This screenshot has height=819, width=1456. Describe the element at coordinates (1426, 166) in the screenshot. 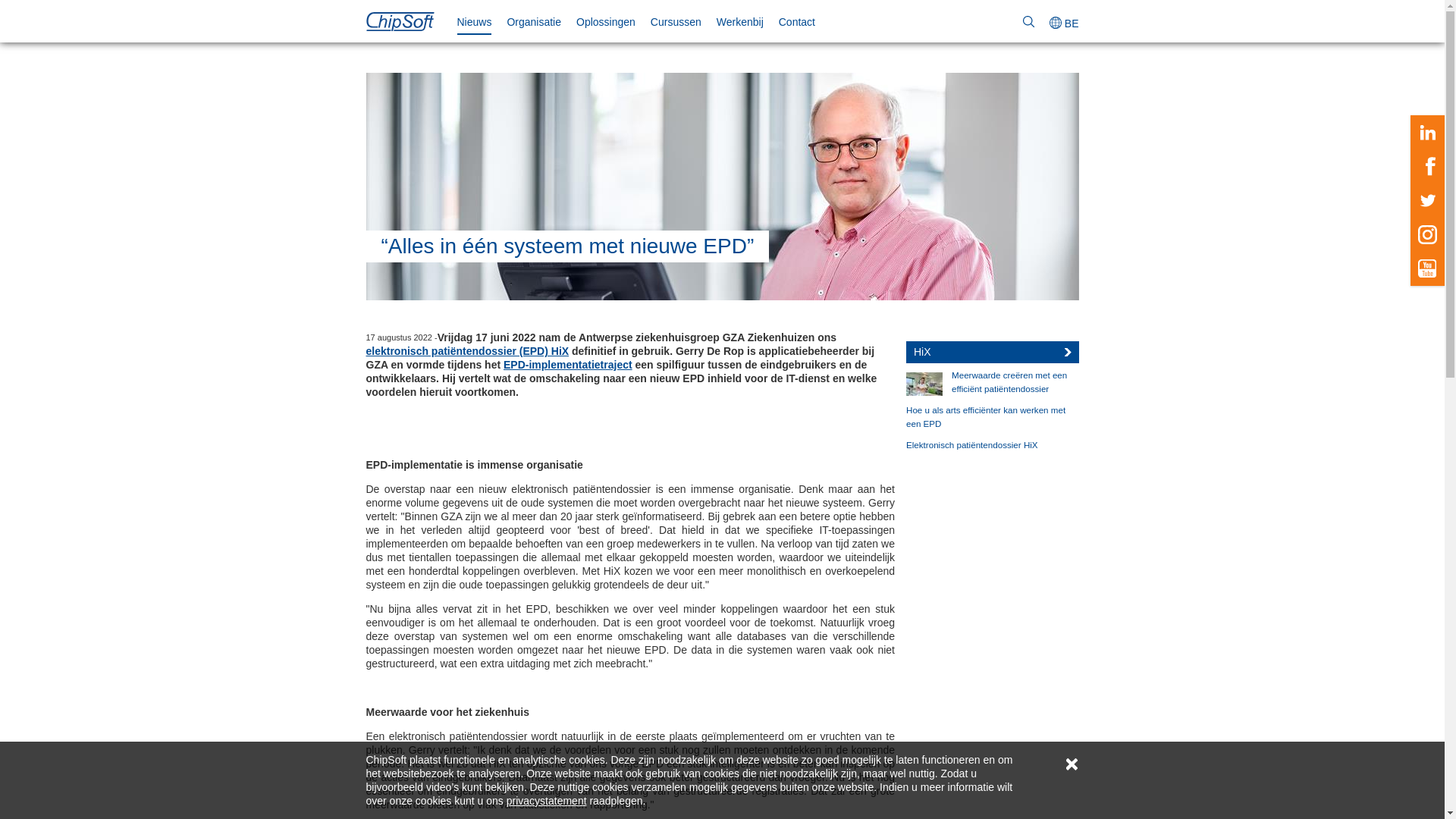

I see `'Facebook'` at that location.